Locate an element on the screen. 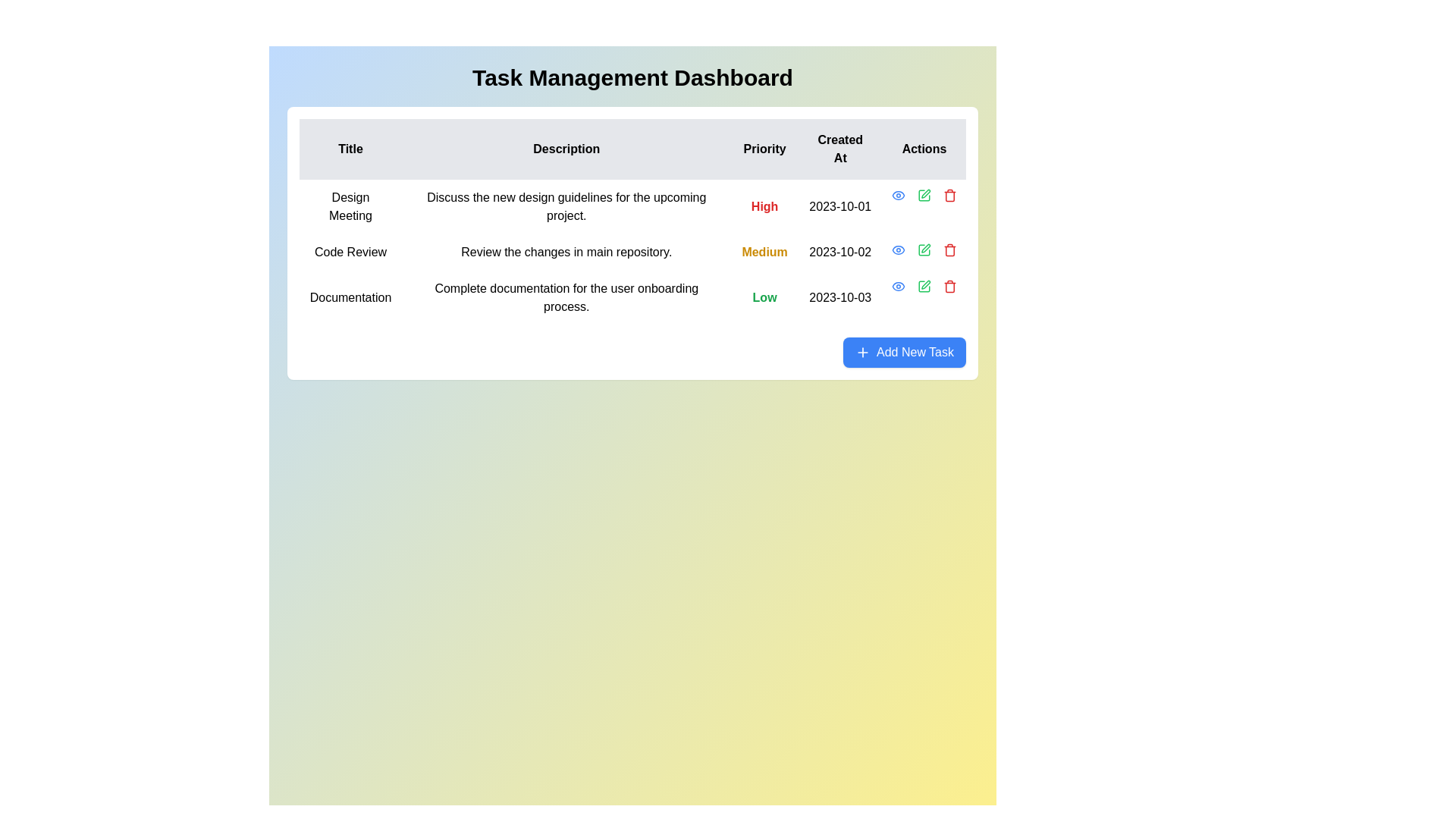  the 'Edit' button in the second position of the 'Actions' column in the third row of the task management dashboard to modify the task details is located at coordinates (924, 195).